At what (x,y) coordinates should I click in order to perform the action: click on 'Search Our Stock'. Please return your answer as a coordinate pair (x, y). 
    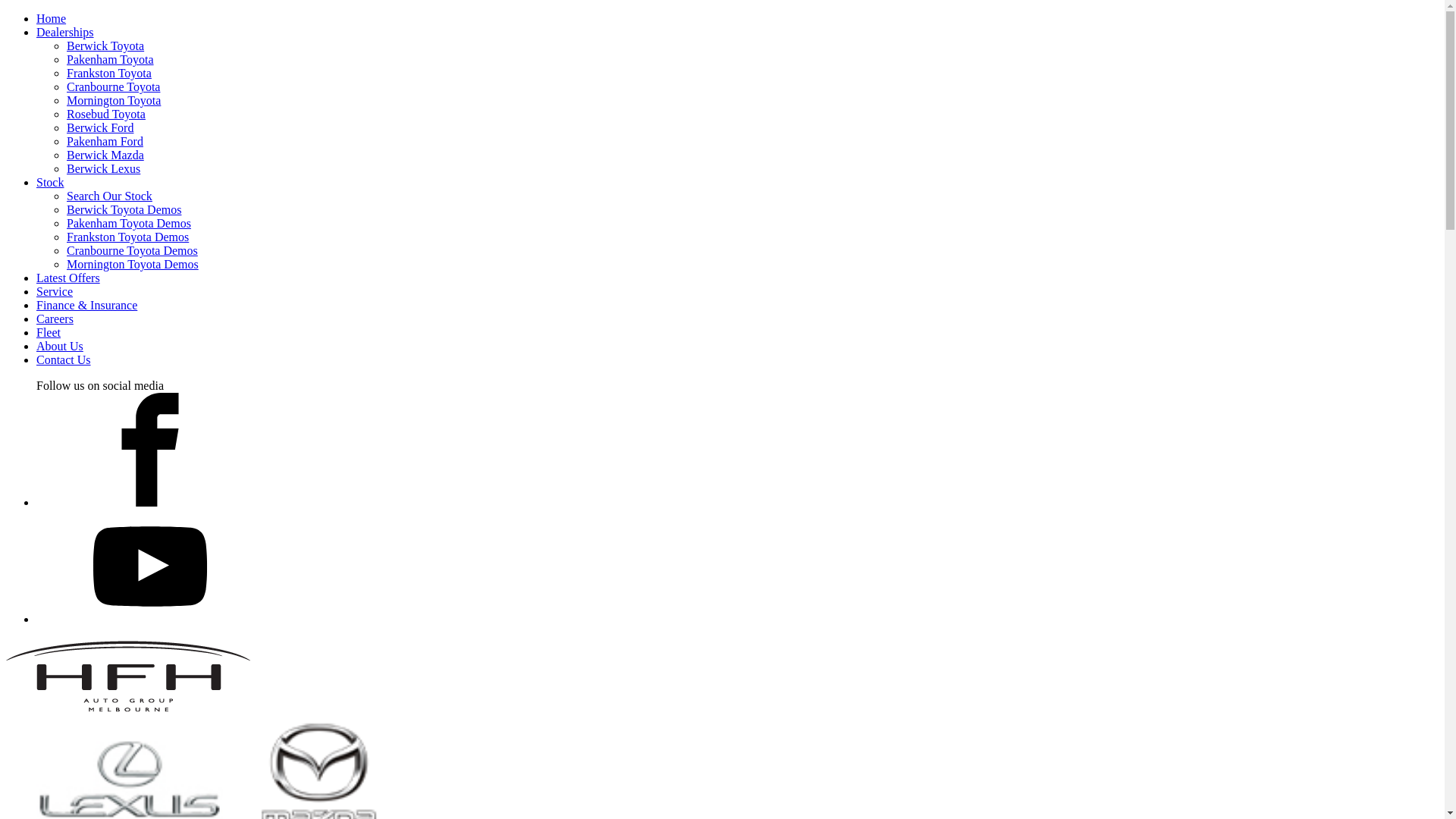
    Looking at the image, I should click on (108, 195).